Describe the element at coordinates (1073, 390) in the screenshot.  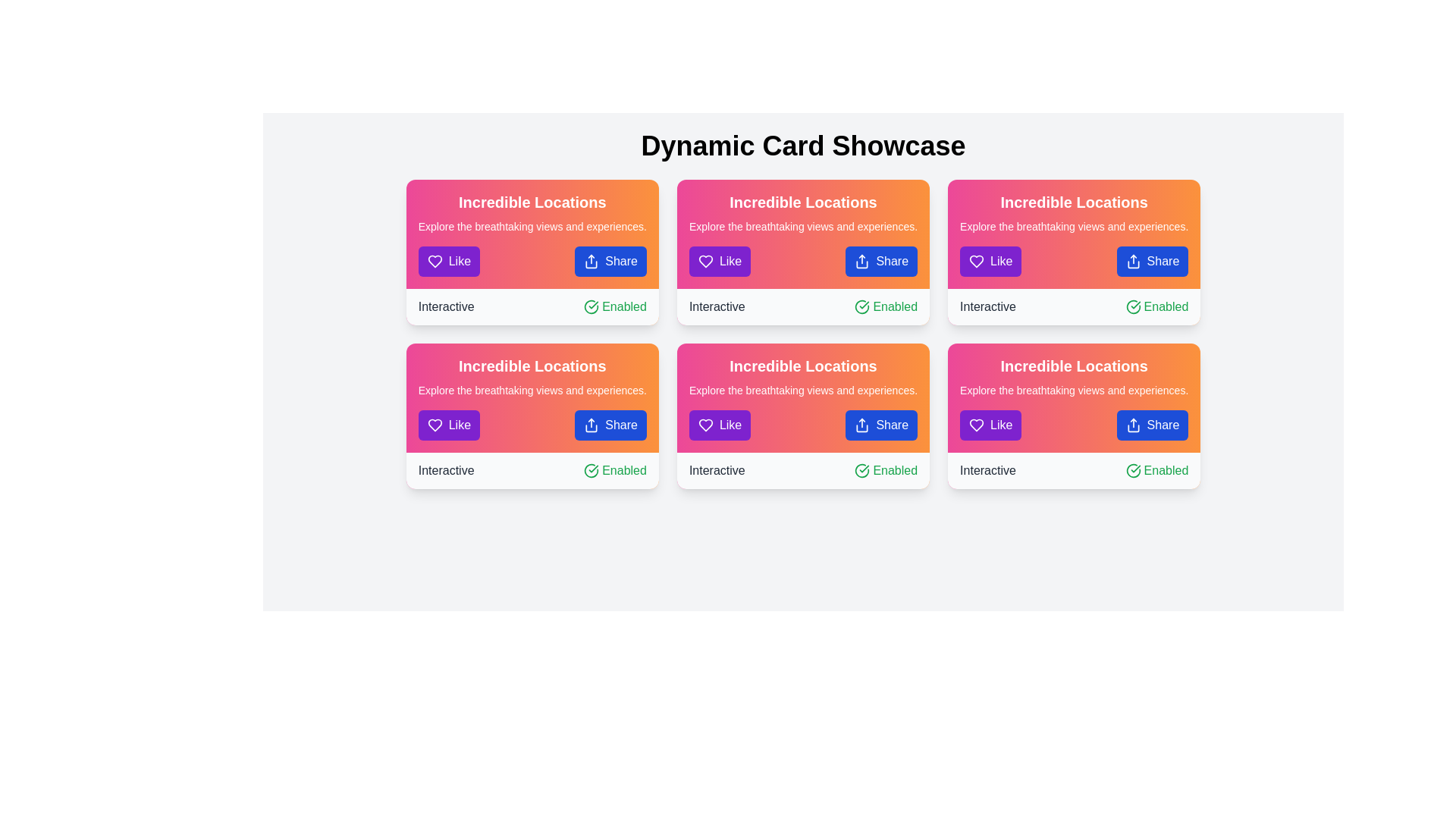
I see `the Text Label that provides additional information below the title 'Incredible Locations' in the card layout` at that location.